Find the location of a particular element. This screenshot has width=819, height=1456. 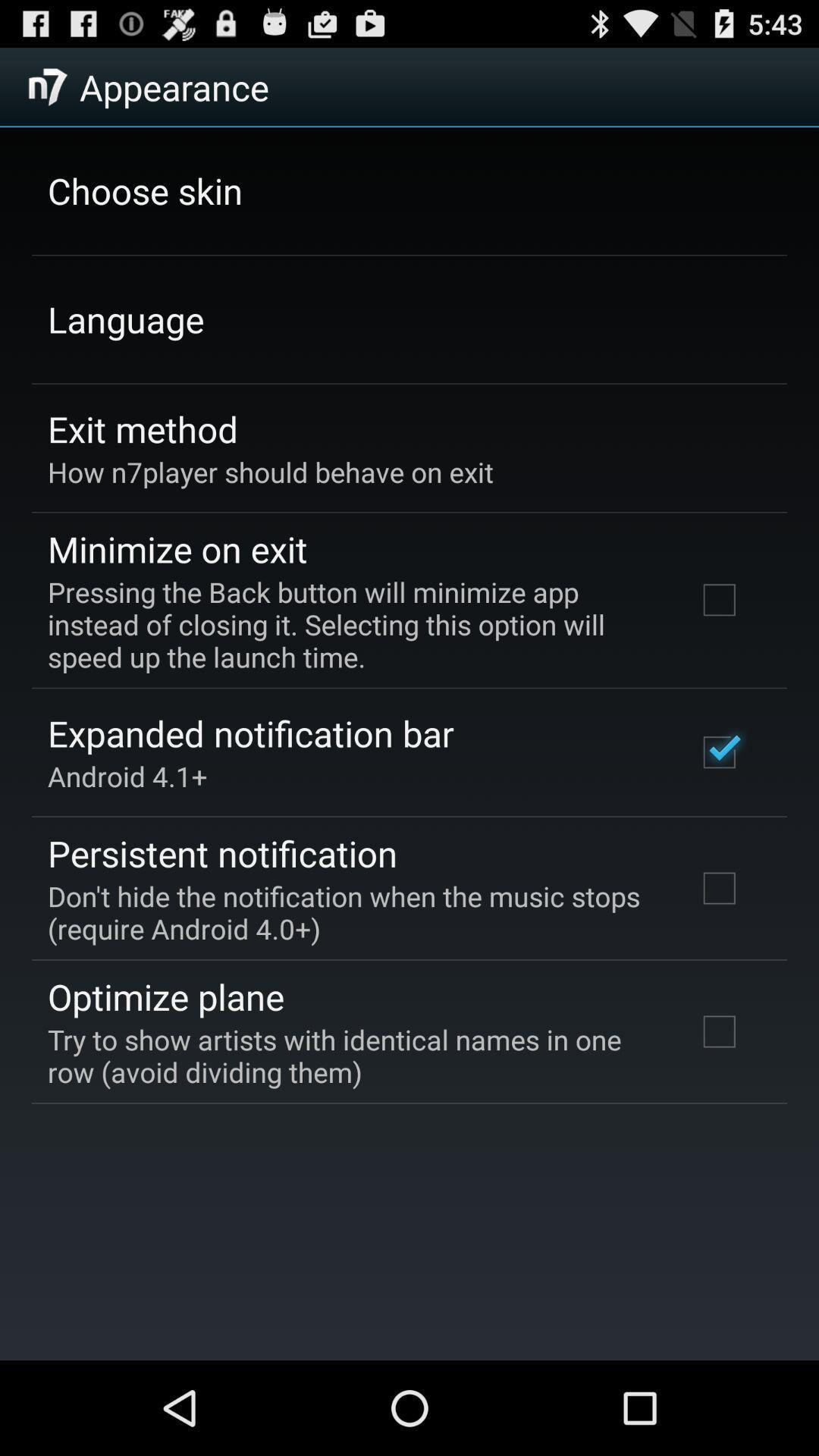

language icon is located at coordinates (125, 318).